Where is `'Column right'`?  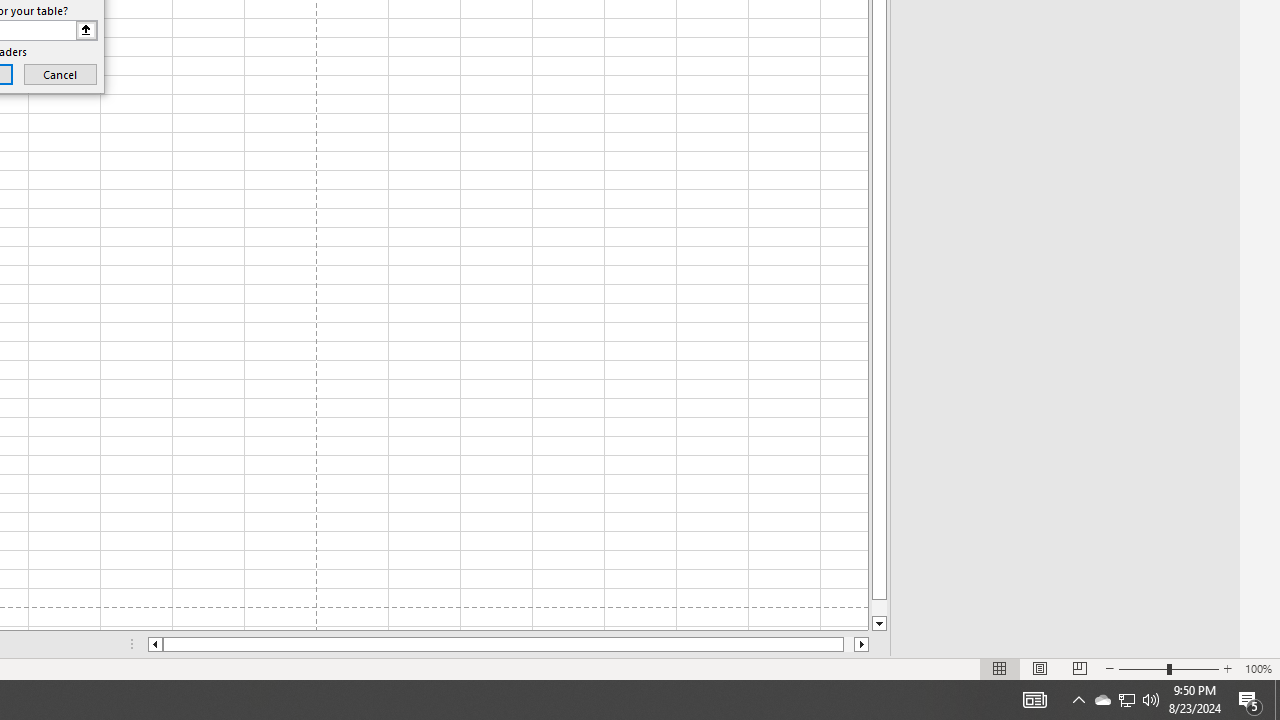
'Column right' is located at coordinates (862, 644).